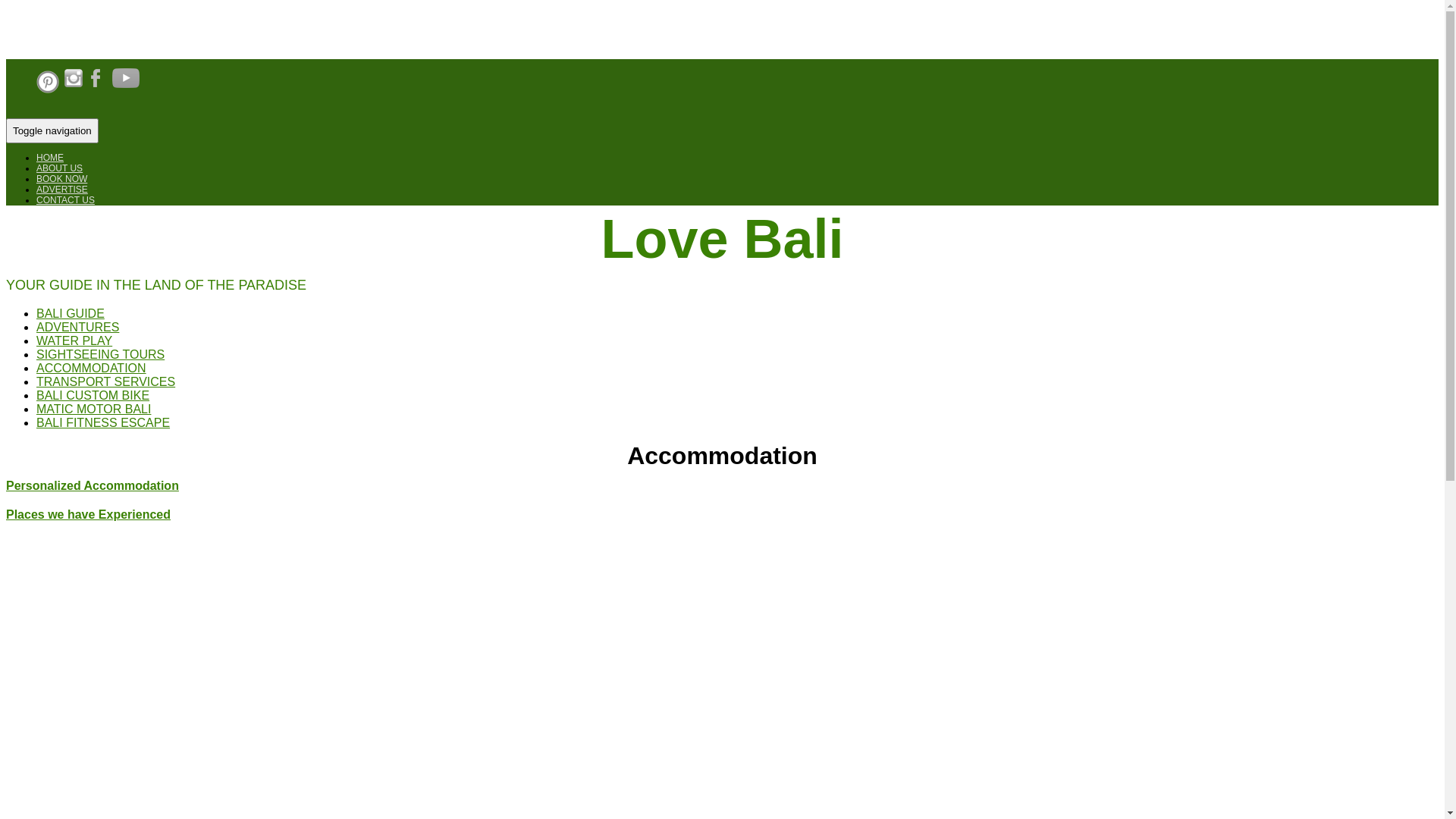 The width and height of the screenshot is (1456, 819). I want to click on 'BALI FITNESS ESCAPE', so click(36, 422).